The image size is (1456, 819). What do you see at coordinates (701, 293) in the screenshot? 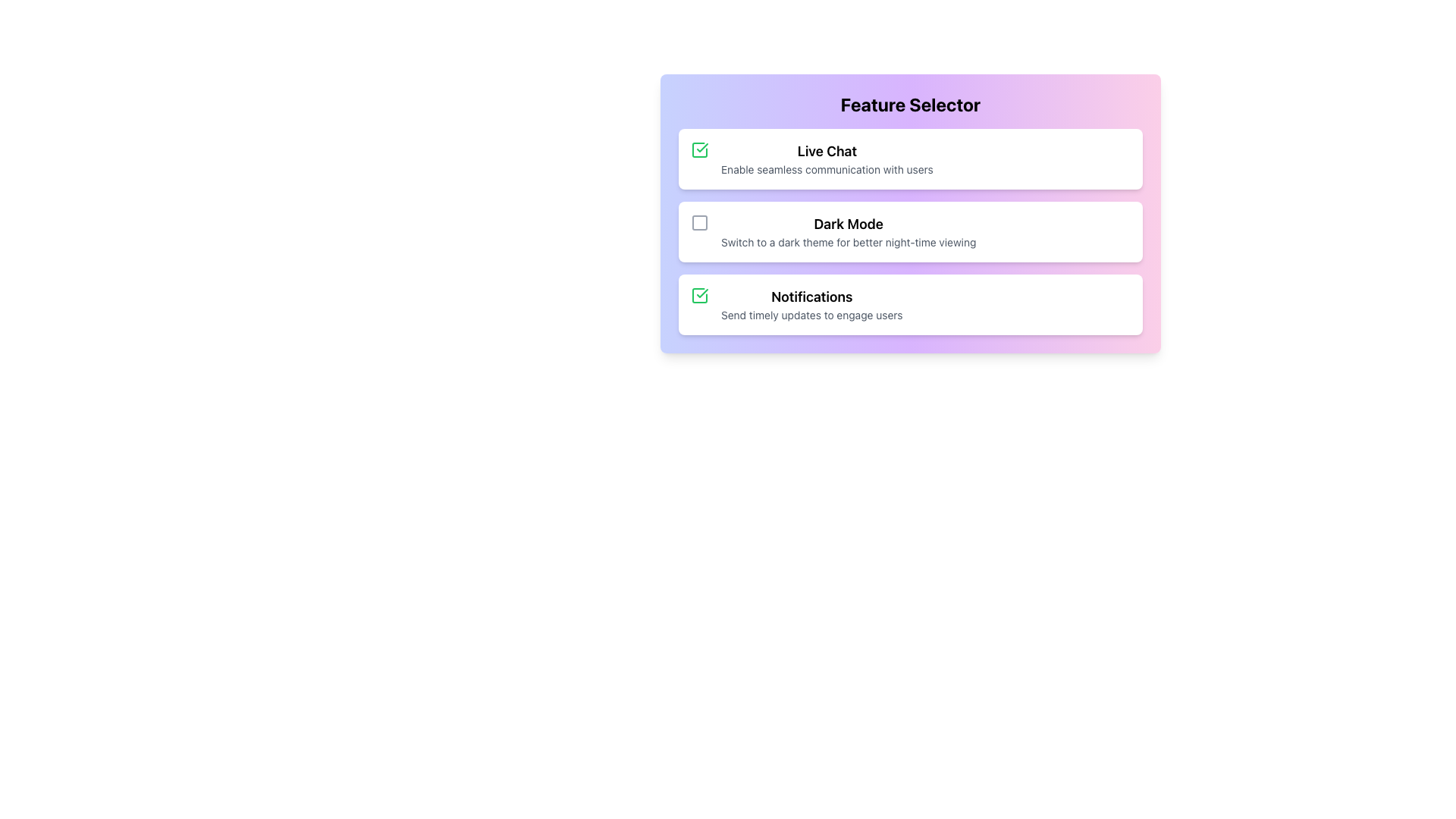
I see `the checkmark SVG icon indicating a completed state, located to the left of the 'Live Chat' option in the feature selector interface` at bounding box center [701, 293].